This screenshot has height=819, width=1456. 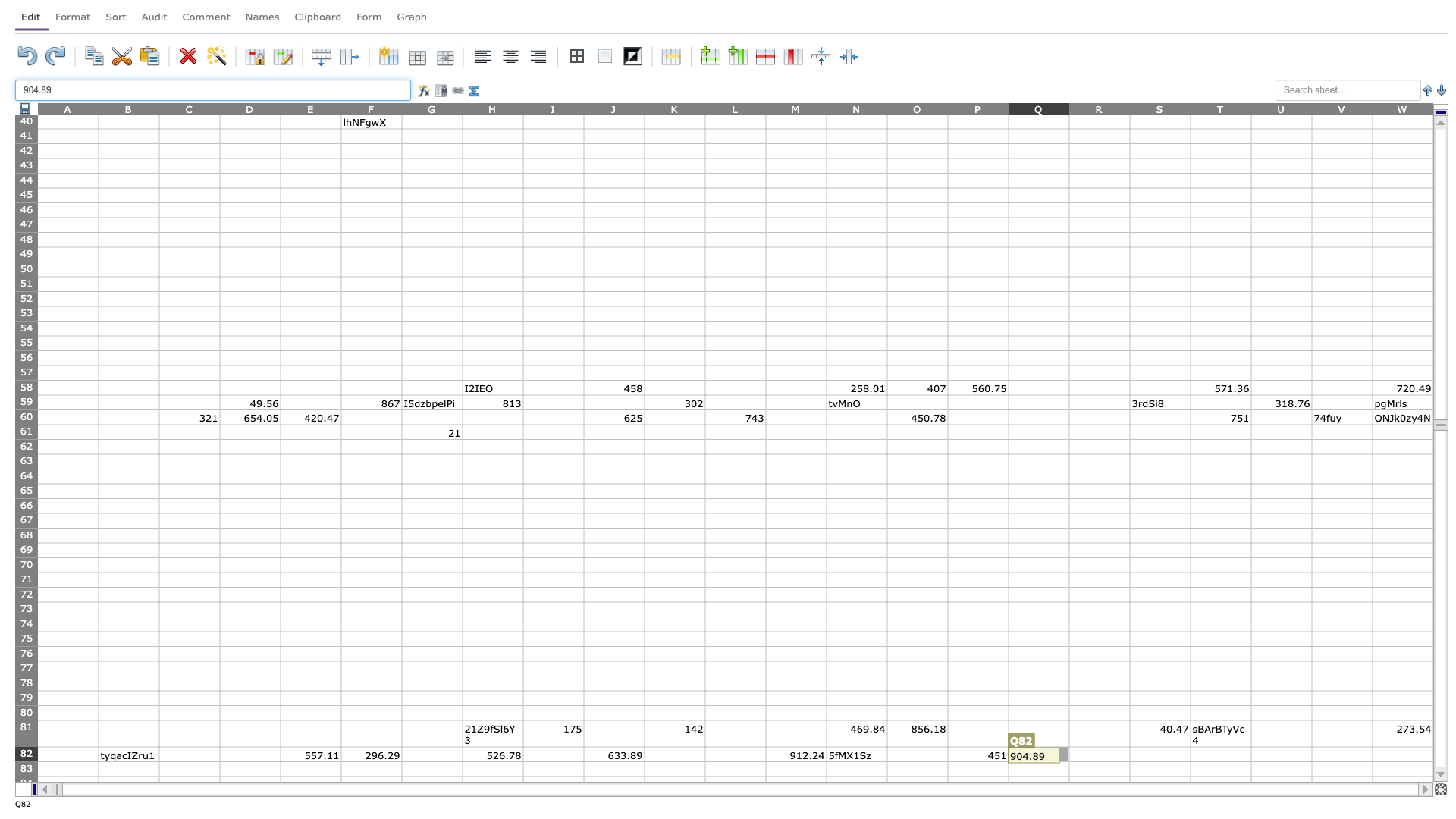 What do you see at coordinates (1129, 754) in the screenshot?
I see `Place cursor on right border of R82` at bounding box center [1129, 754].